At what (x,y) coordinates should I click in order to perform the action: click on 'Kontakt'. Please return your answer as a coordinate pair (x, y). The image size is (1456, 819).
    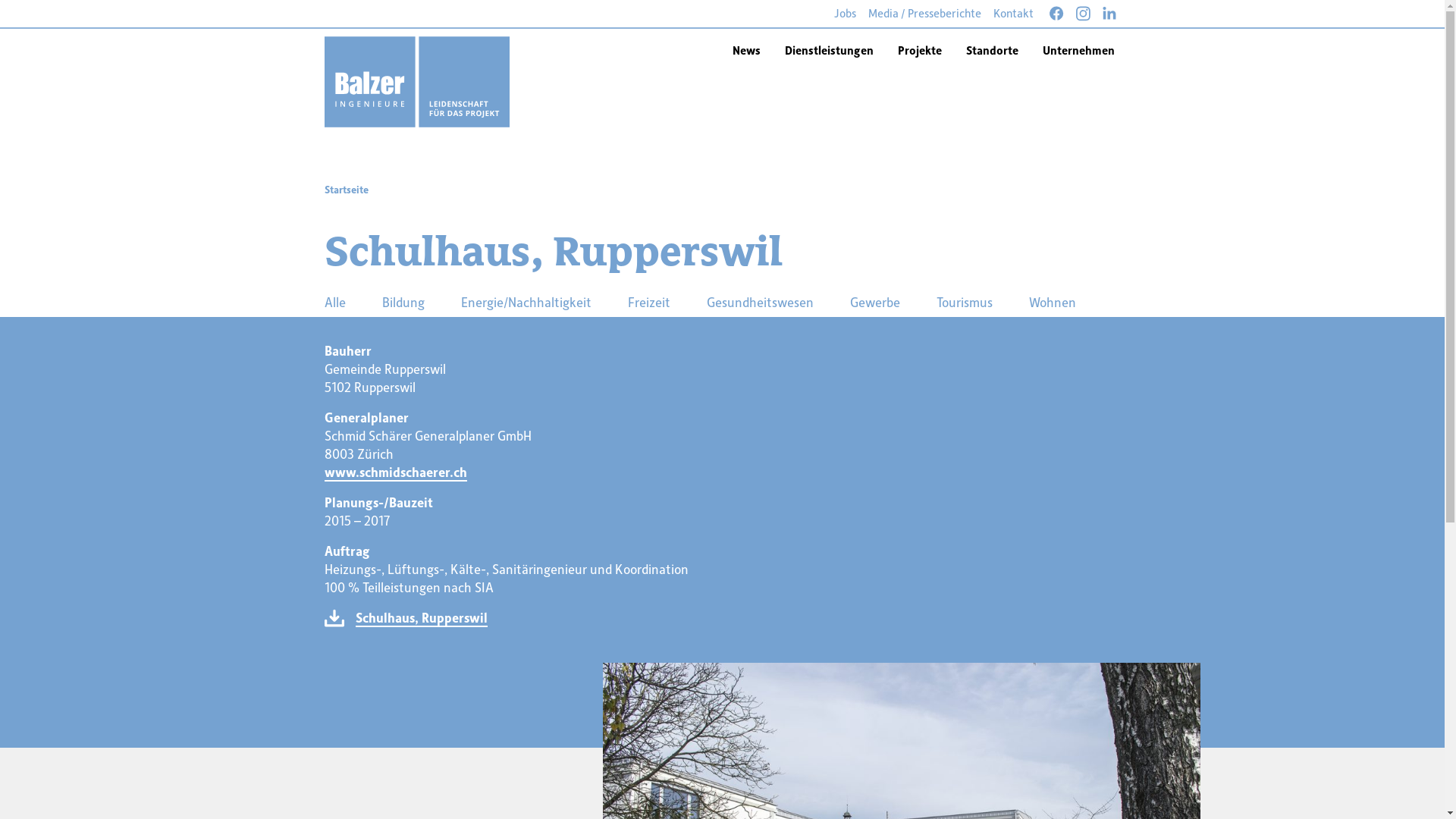
    Looking at the image, I should click on (1013, 14).